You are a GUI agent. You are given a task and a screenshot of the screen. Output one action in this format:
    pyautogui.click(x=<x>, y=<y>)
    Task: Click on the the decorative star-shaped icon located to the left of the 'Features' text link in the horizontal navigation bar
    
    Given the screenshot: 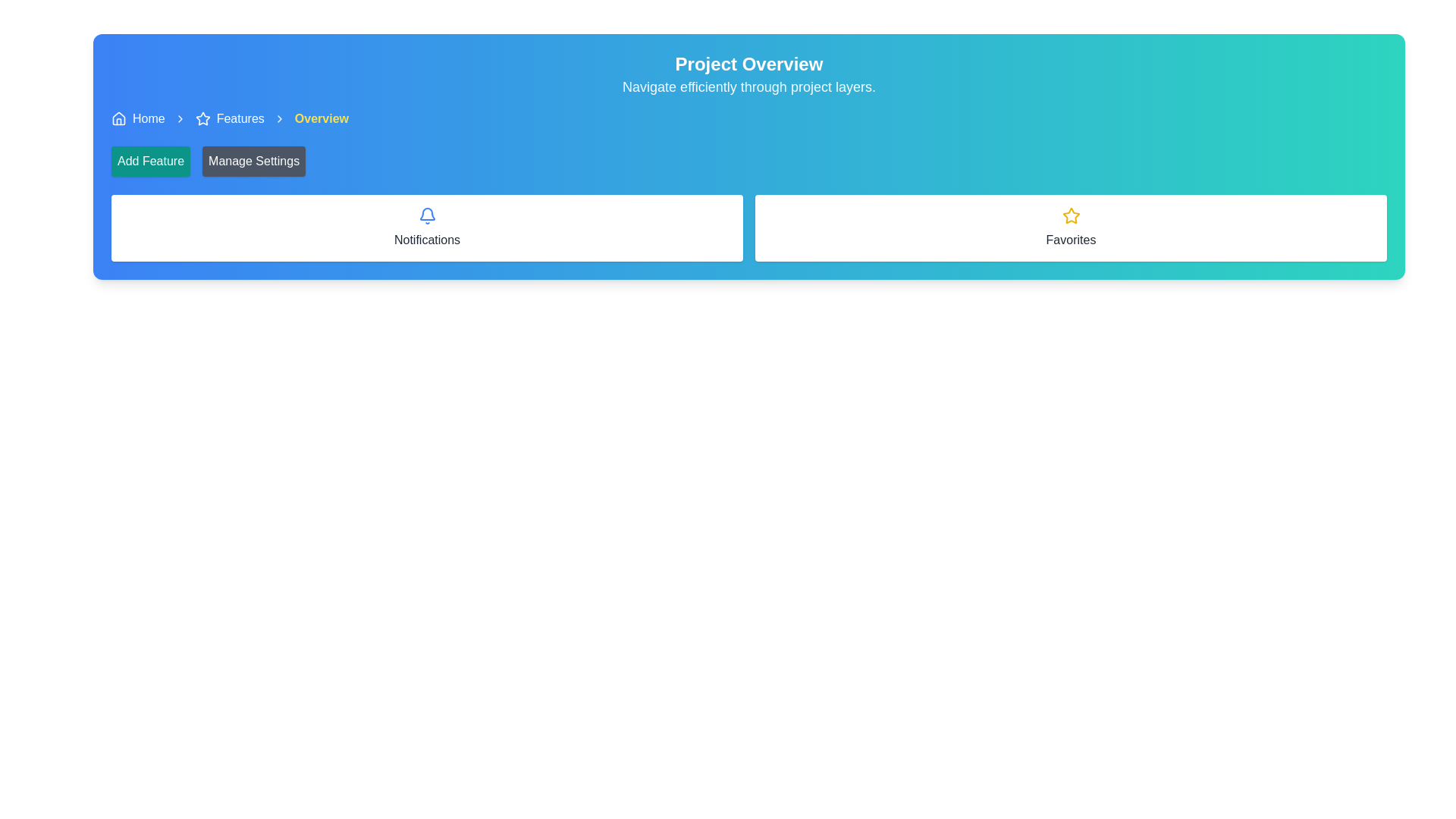 What is the action you would take?
    pyautogui.click(x=202, y=118)
    